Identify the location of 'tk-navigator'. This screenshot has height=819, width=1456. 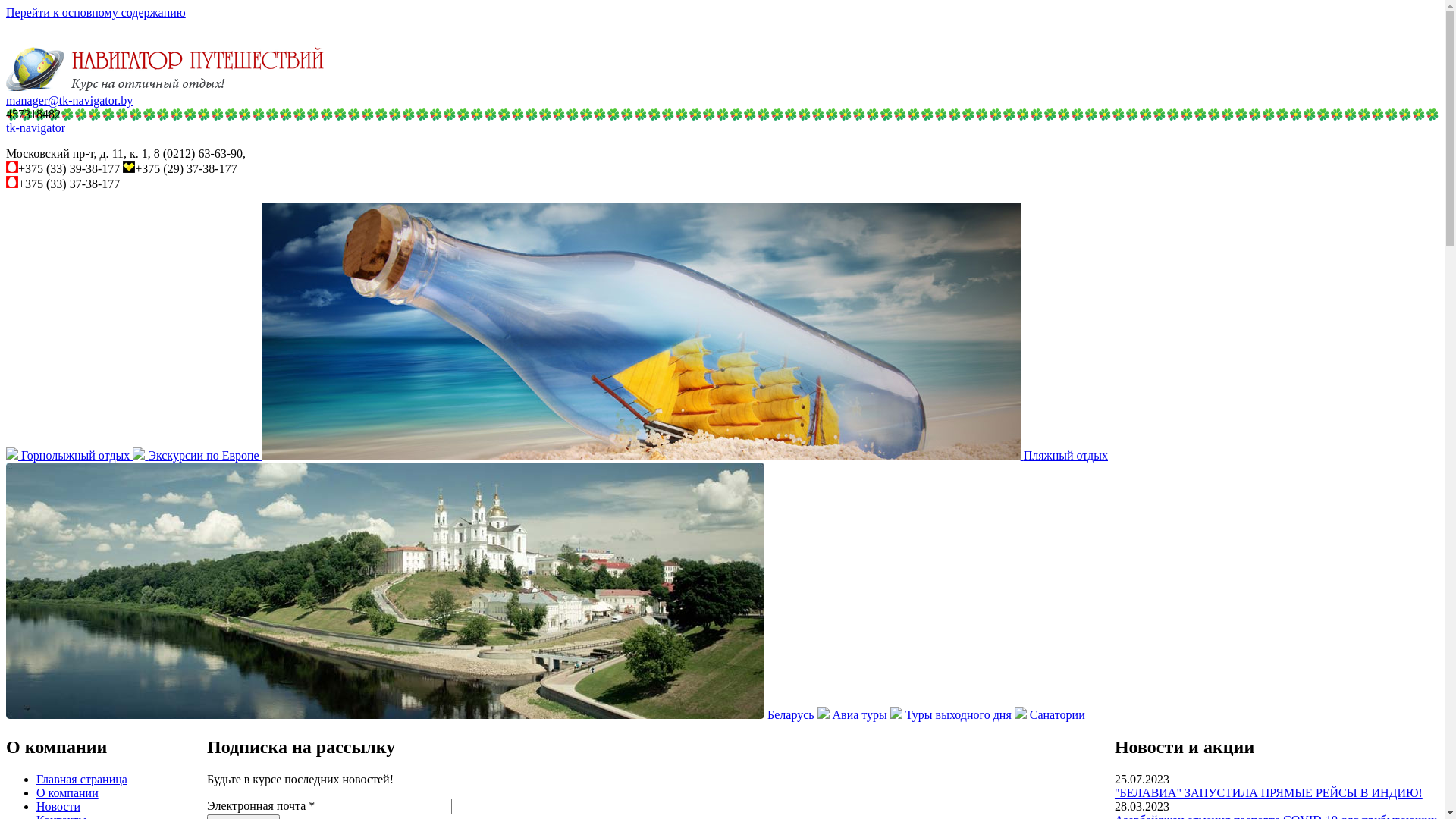
(6, 127).